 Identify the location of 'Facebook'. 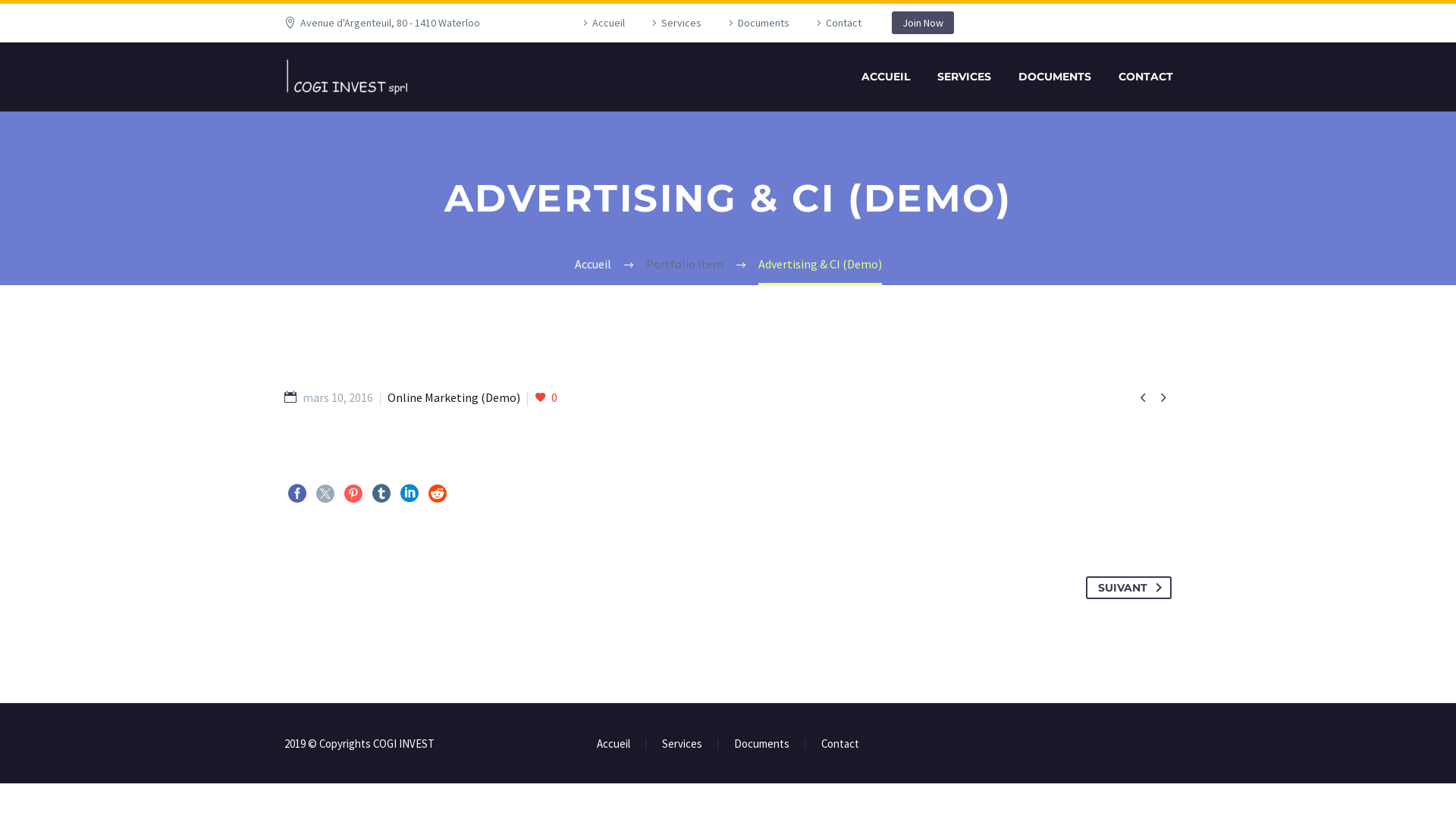
(297, 494).